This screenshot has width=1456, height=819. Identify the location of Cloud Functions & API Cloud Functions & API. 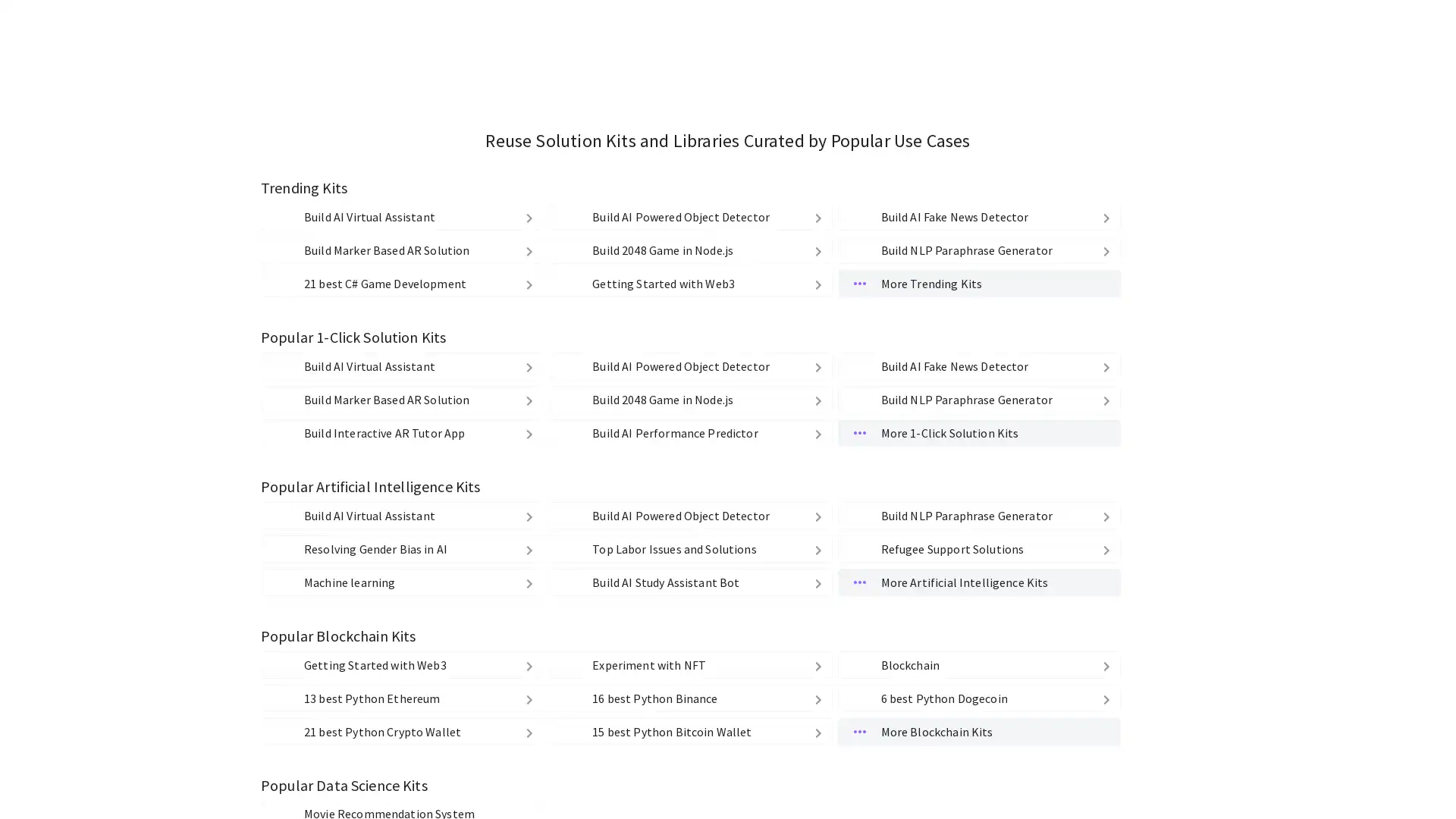
(984, 447).